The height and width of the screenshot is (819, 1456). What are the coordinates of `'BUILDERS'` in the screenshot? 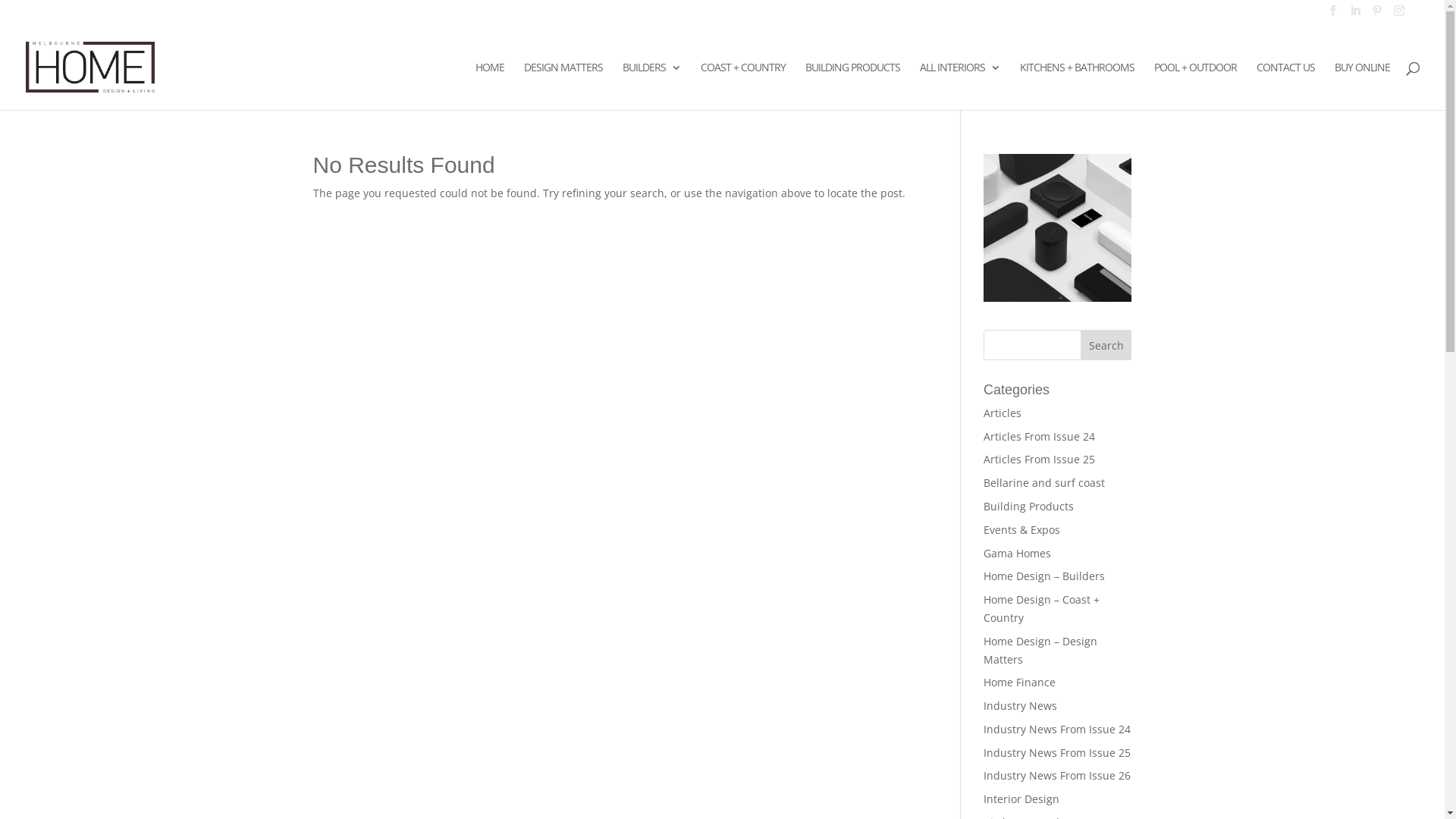 It's located at (651, 86).